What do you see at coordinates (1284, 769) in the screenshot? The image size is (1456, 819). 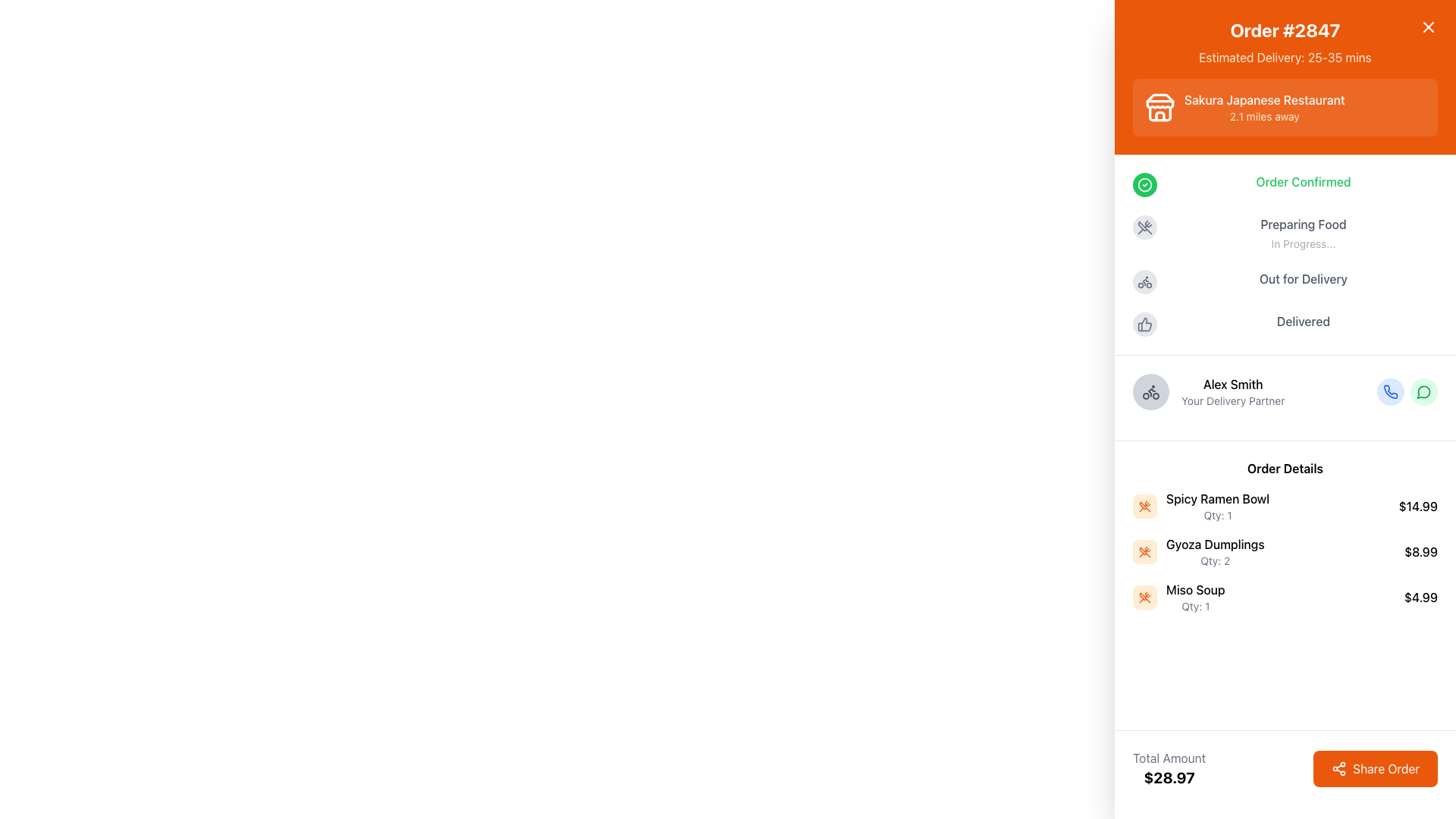 I see `'Total Amount' displayed in the Composite UI component located at the bottom-right corner of the interface` at bounding box center [1284, 769].